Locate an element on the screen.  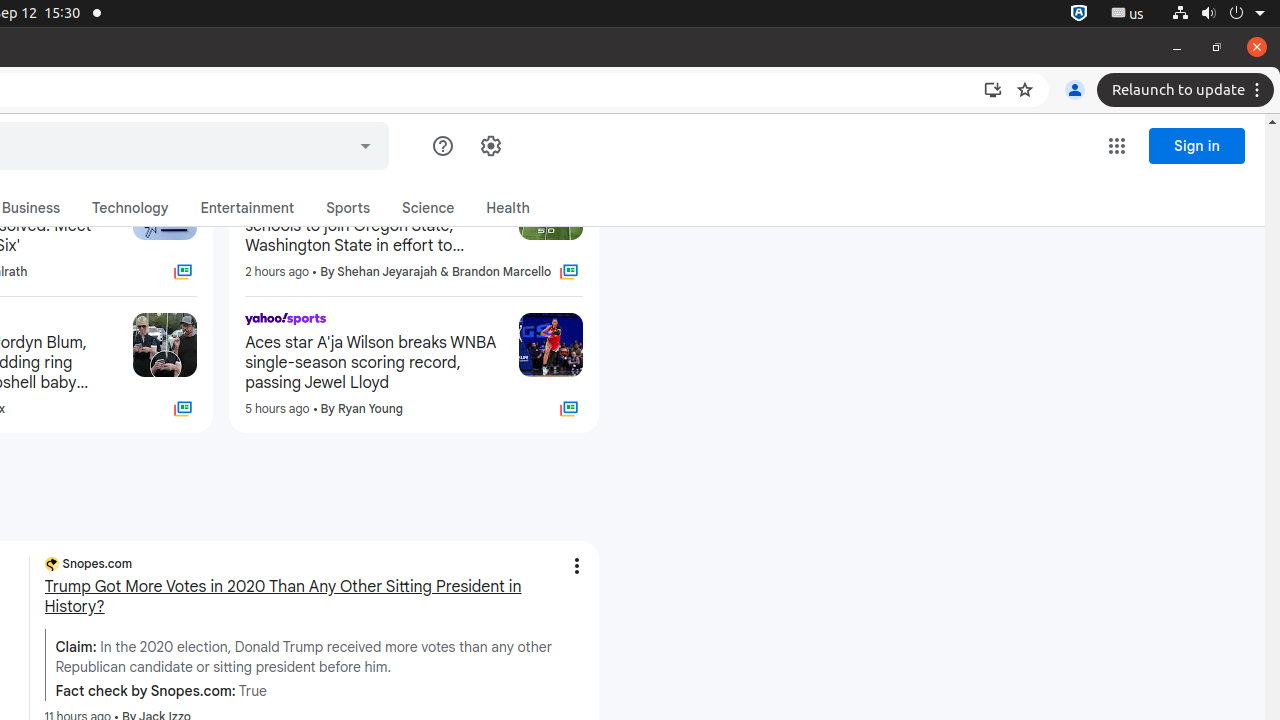
'Health' is located at coordinates (508, 208).